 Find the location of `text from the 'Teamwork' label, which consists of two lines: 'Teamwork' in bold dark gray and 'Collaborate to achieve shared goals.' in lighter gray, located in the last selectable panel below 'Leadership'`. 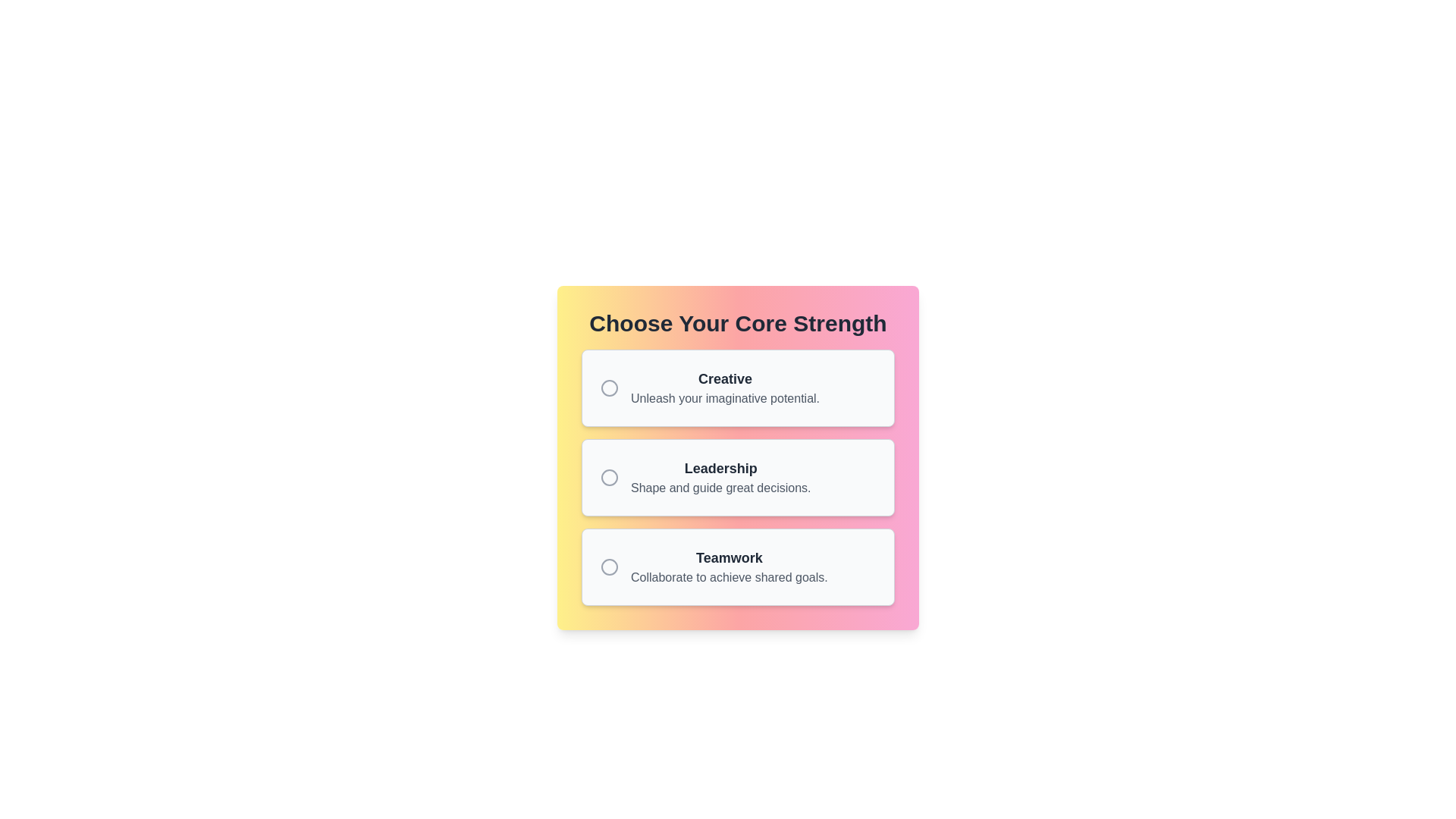

text from the 'Teamwork' label, which consists of two lines: 'Teamwork' in bold dark gray and 'Collaborate to achieve shared goals.' in lighter gray, located in the last selectable panel below 'Leadership' is located at coordinates (729, 567).